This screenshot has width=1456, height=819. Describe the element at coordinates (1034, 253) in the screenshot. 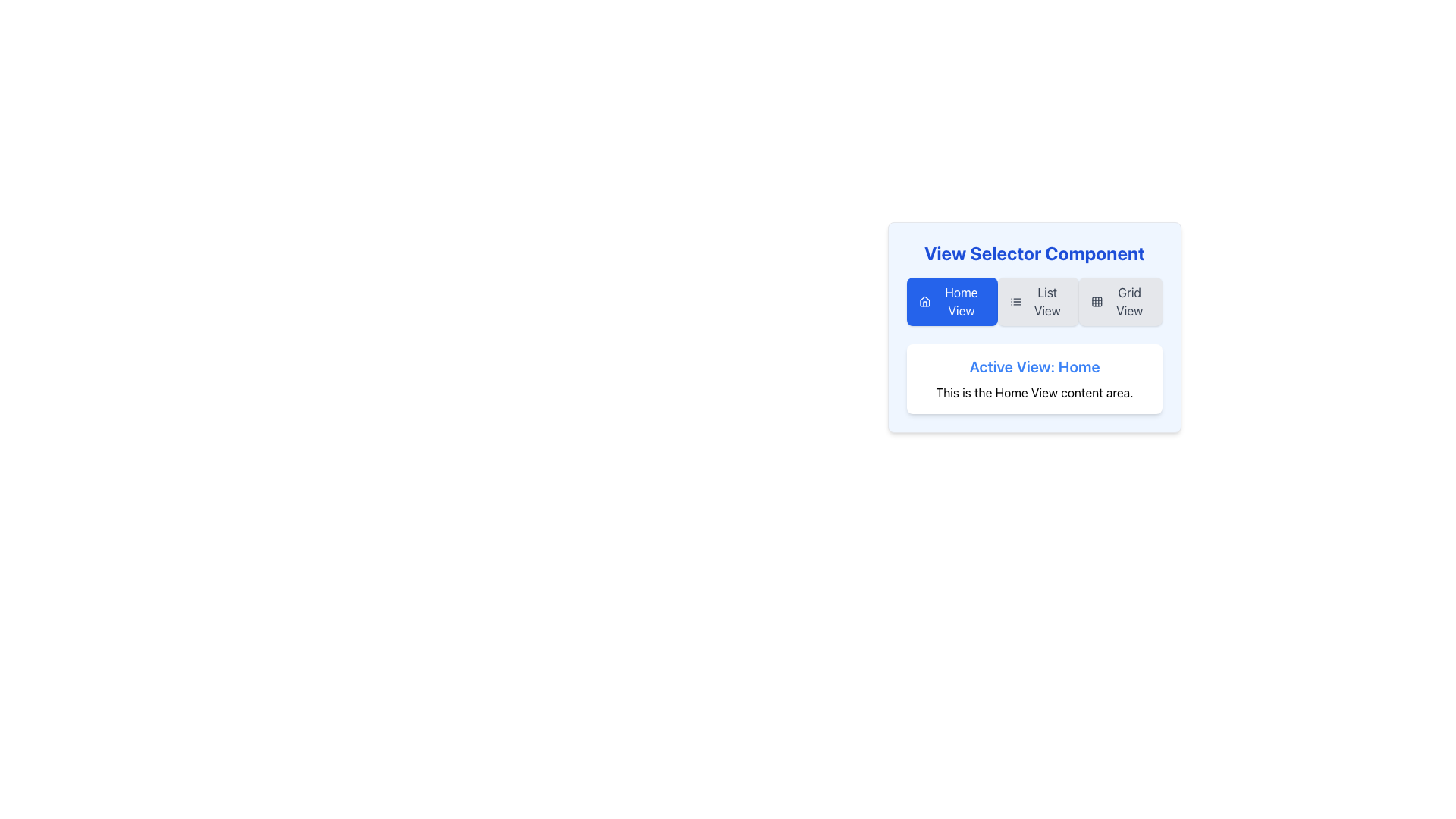

I see `text from the Text Label that serves as a title or heading, located at the top center of the interface` at that location.